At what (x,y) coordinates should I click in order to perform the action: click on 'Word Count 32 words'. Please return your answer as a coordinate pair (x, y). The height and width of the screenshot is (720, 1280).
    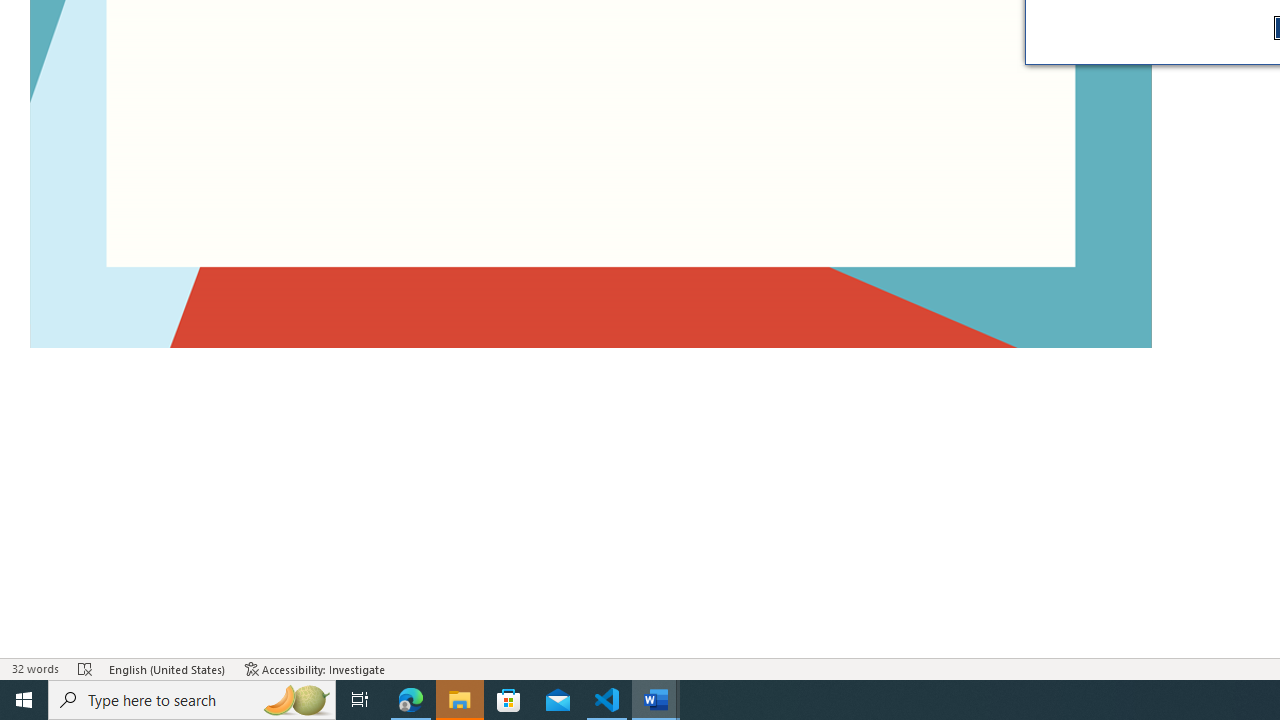
    Looking at the image, I should click on (35, 669).